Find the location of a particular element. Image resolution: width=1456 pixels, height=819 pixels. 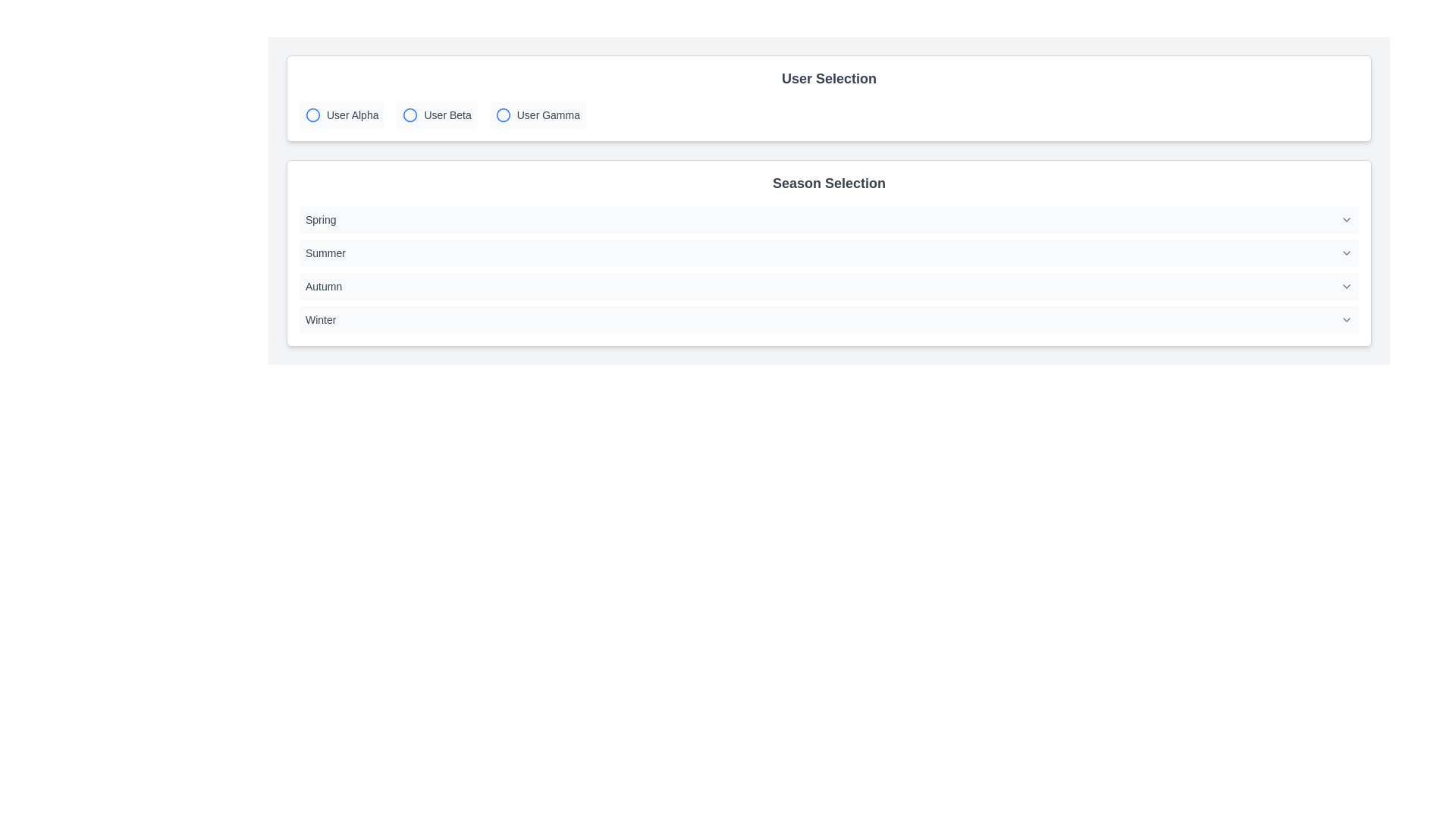

the text element titled 'Season Selection', which is styled in a bold, large font and dark gray color, positioned centrally above the list of seasonal options is located at coordinates (828, 183).